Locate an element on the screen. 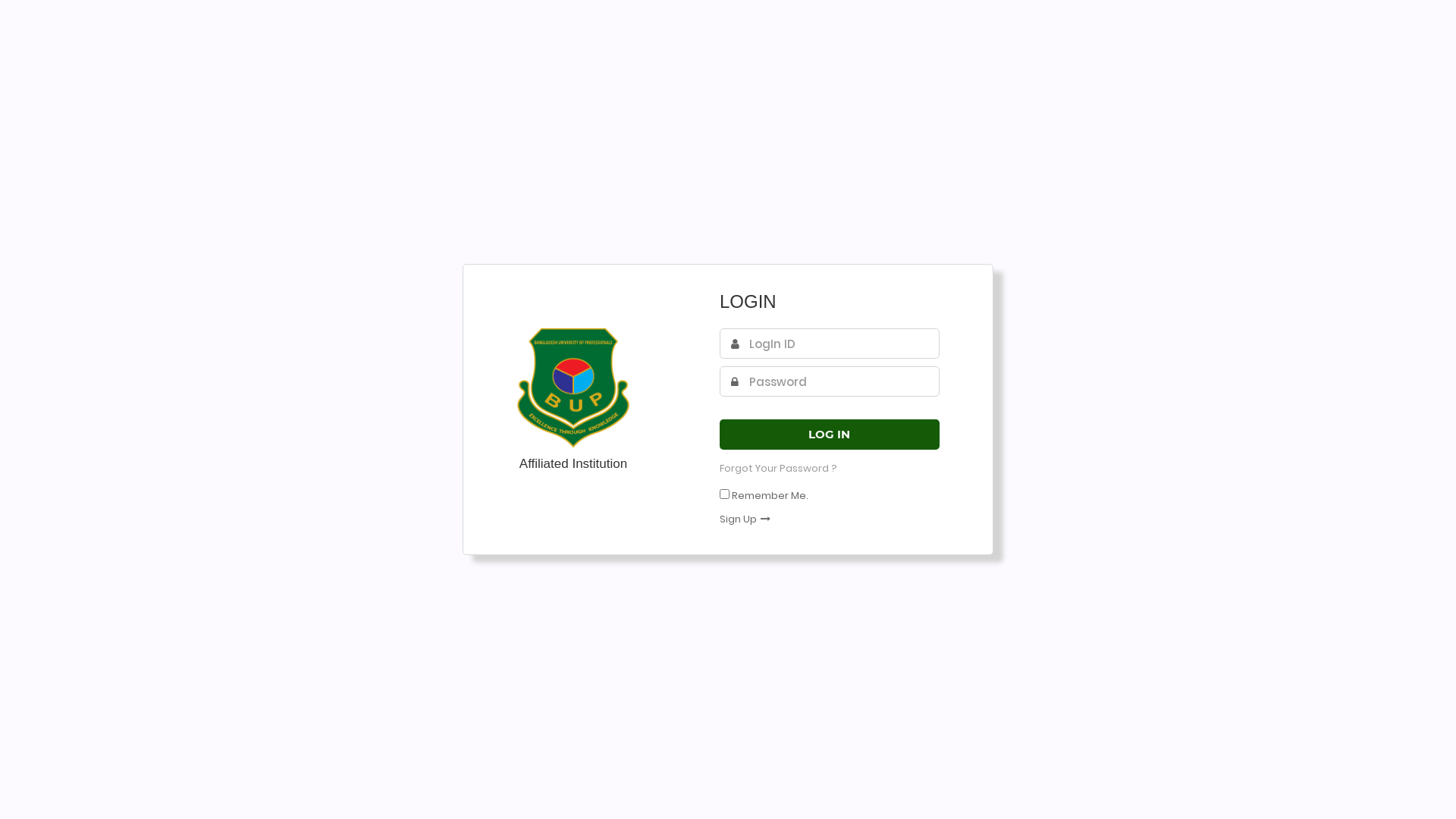  'Remember Me.' is located at coordinates (770, 495).